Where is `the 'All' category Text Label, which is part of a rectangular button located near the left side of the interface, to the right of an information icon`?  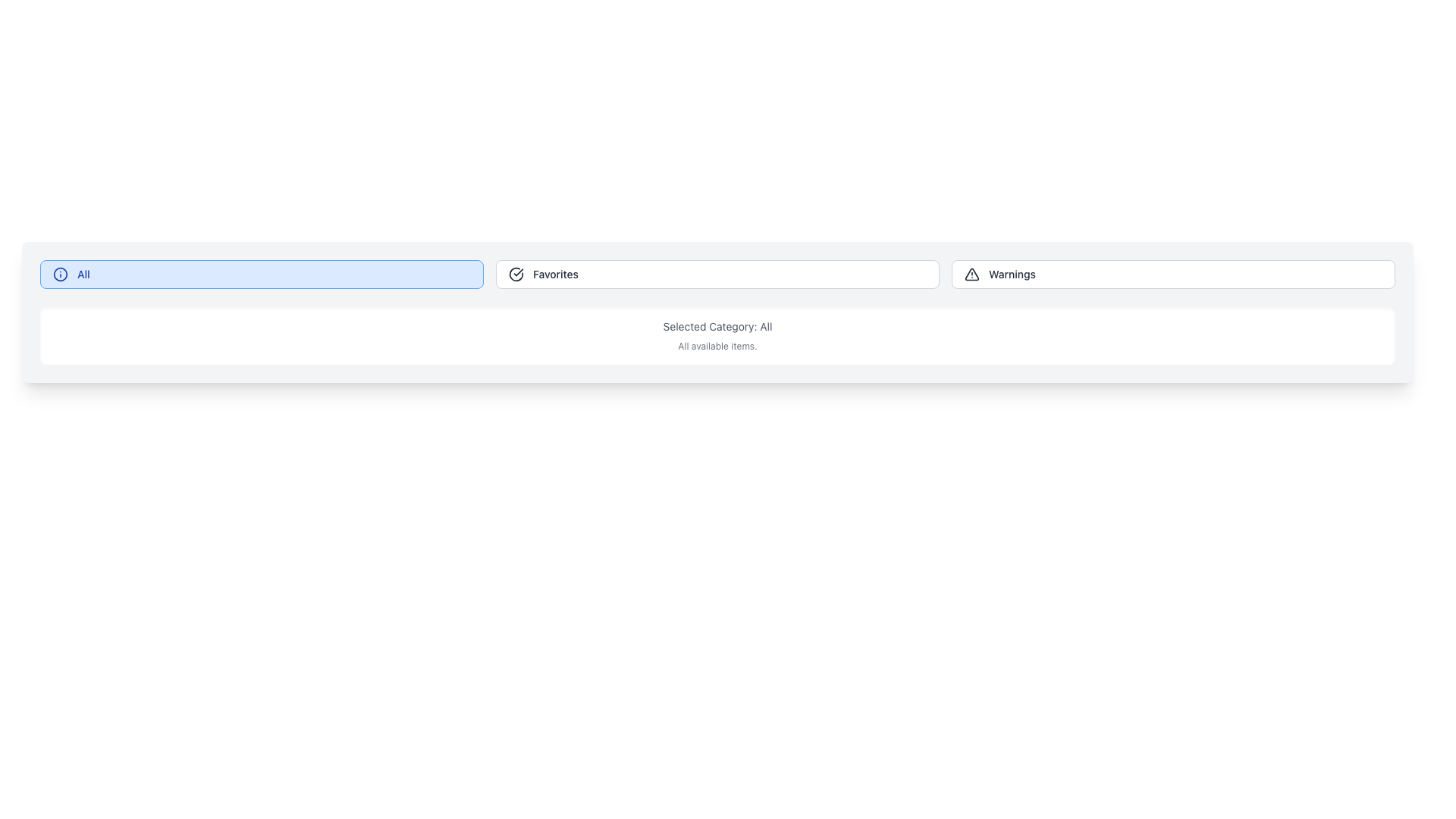
the 'All' category Text Label, which is part of a rectangular button located near the left side of the interface, to the right of an information icon is located at coordinates (83, 275).